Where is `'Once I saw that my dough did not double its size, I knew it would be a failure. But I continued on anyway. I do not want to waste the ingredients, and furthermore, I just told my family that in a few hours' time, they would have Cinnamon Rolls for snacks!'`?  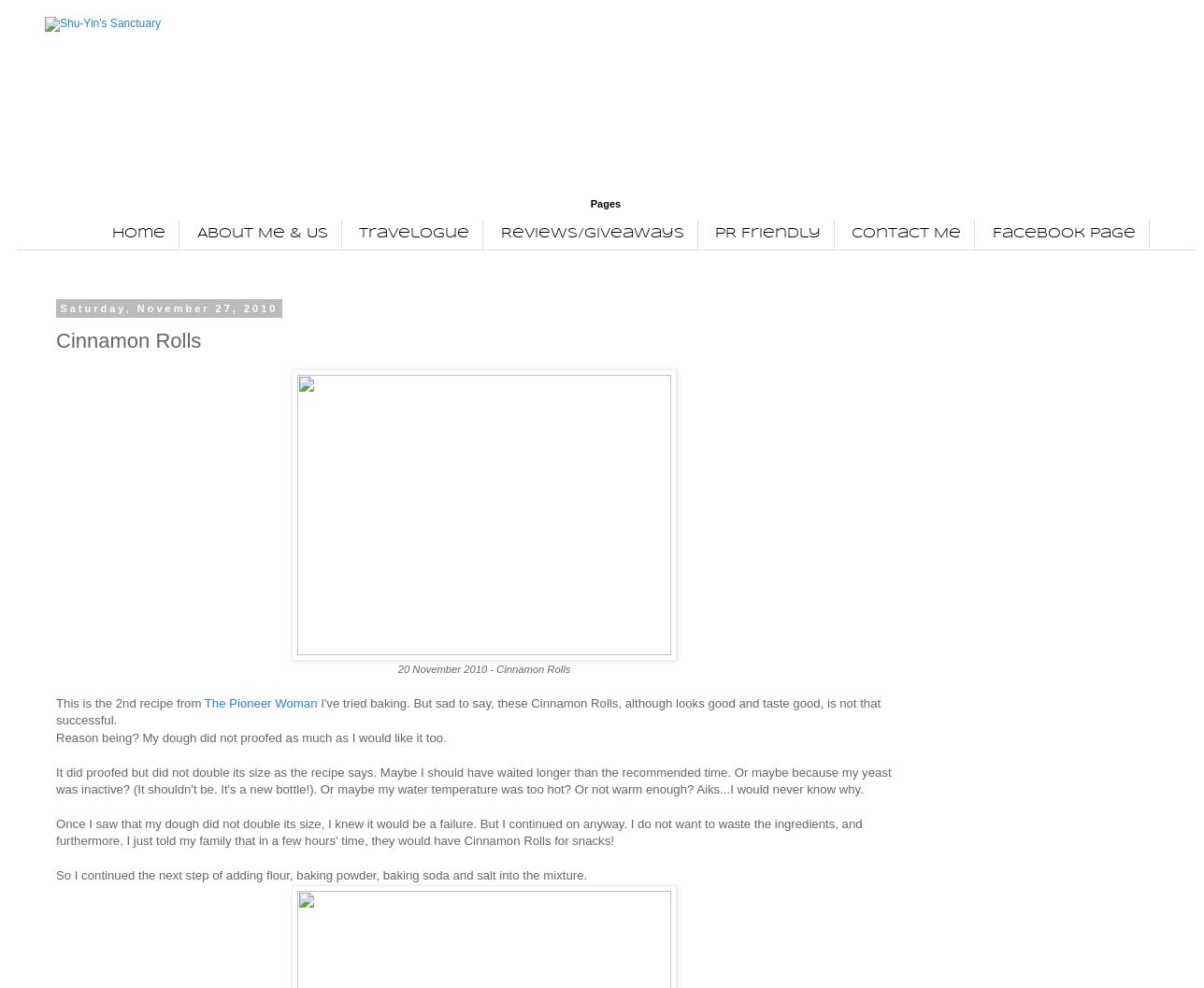 'Once I saw that my dough did not double its size, I knew it would be a failure. But I continued on anyway. I do not want to waste the ingredients, and furthermore, I just told my family that in a few hours' time, they would have Cinnamon Rolls for snacks!' is located at coordinates (56, 830).